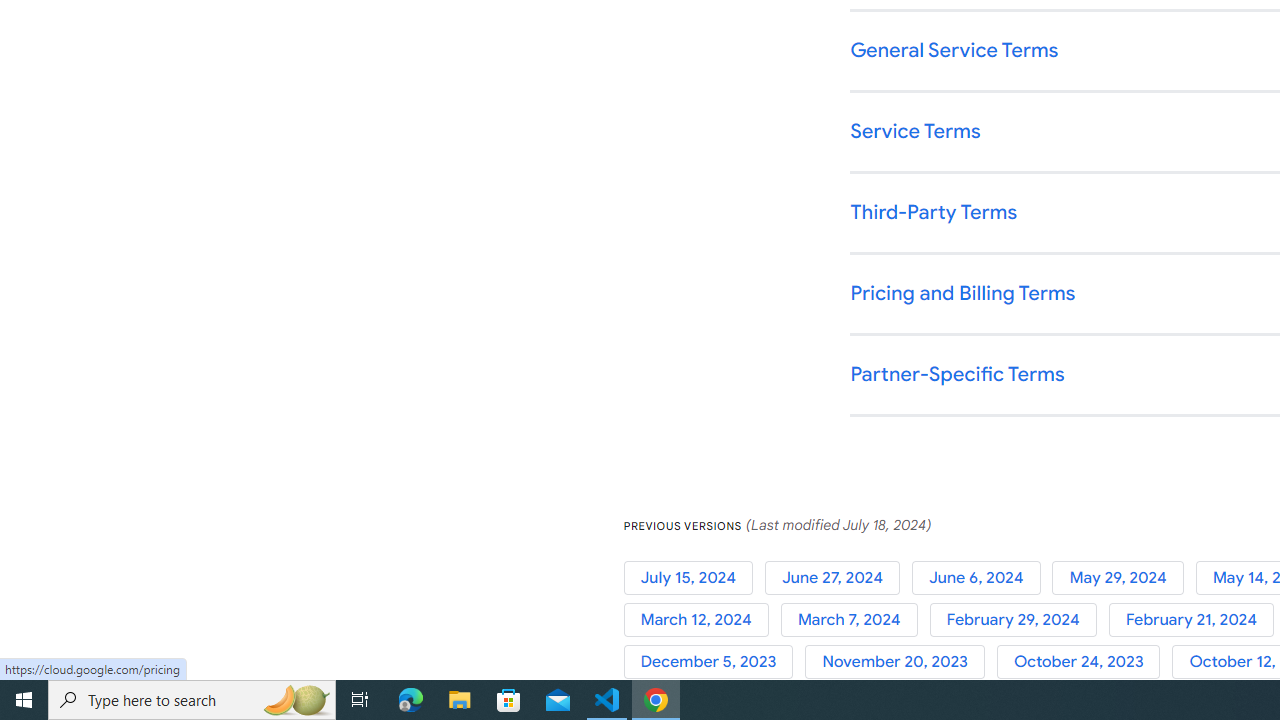 This screenshot has width=1280, height=720. Describe the element at coordinates (1018, 619) in the screenshot. I see `'February 29, 2024'` at that location.